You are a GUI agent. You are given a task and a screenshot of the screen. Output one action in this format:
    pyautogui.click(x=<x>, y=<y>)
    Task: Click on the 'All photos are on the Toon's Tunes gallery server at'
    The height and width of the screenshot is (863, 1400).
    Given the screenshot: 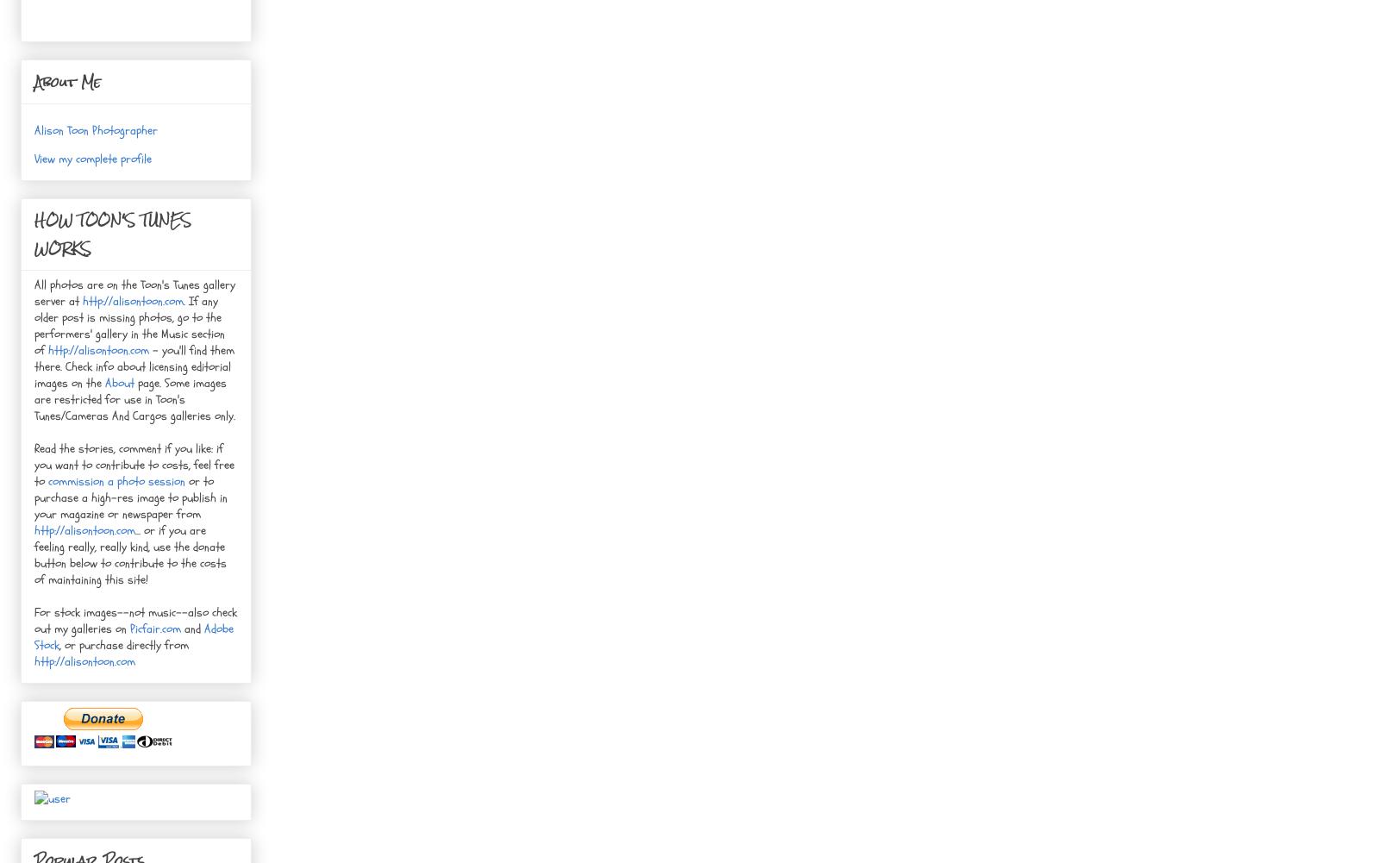 What is the action you would take?
    pyautogui.click(x=34, y=293)
    